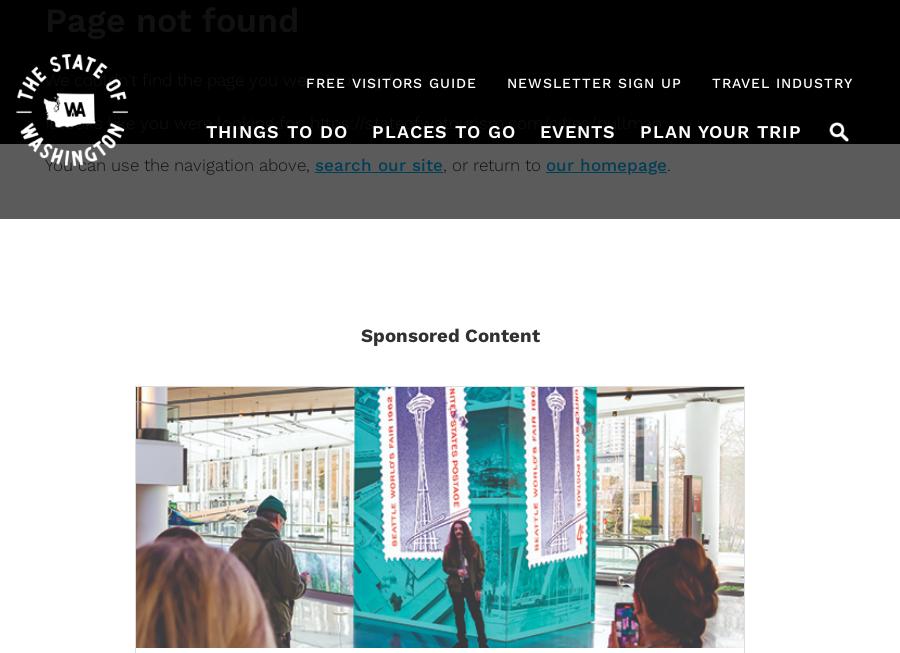 This screenshot has height=653, width=900. Describe the element at coordinates (666, 164) in the screenshot. I see `'.'` at that location.